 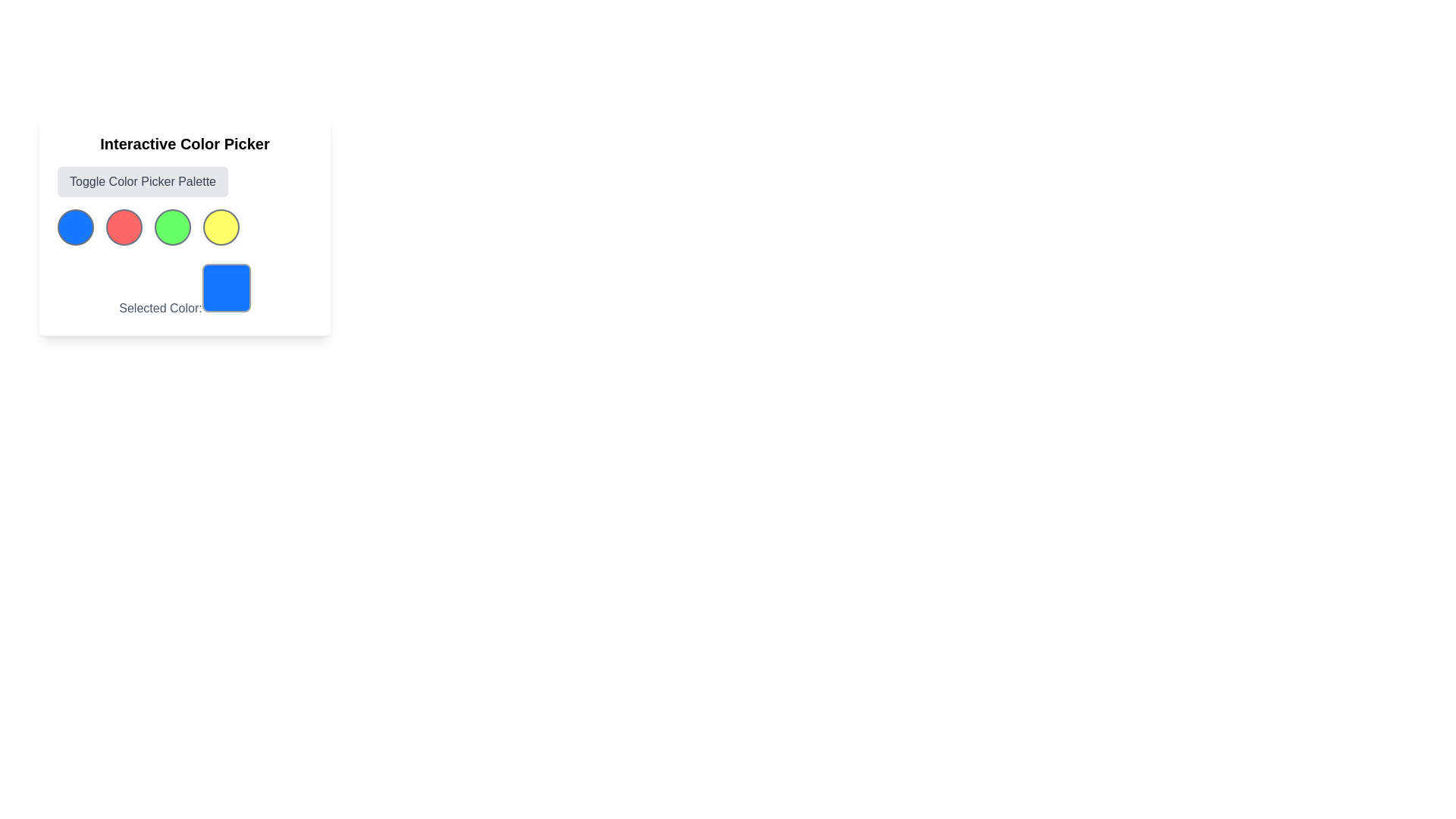 What do you see at coordinates (75, 227) in the screenshot?
I see `the blue circular button with a gray border located under the 'Interactive Color Picker' section` at bounding box center [75, 227].